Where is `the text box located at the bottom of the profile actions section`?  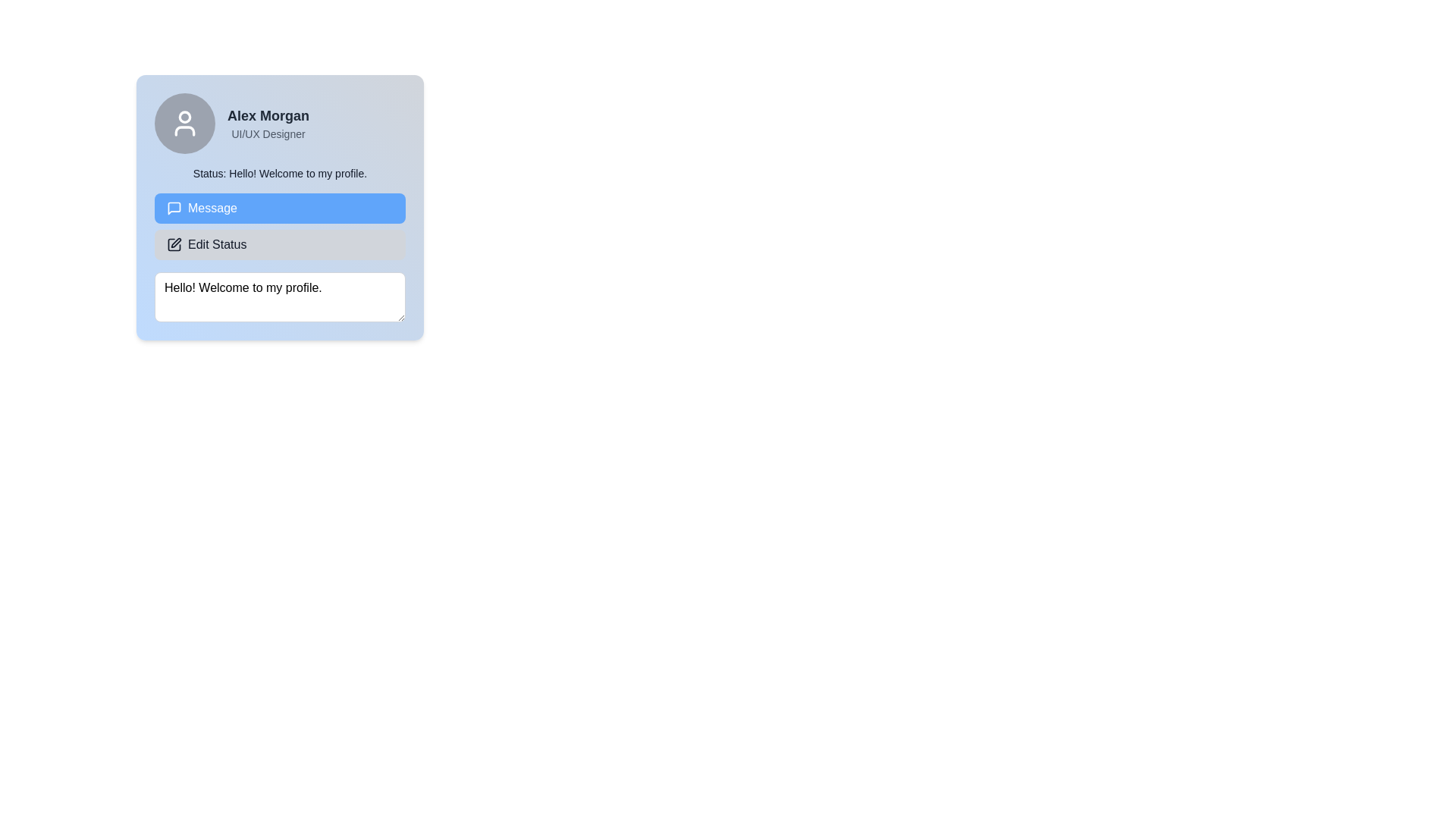 the text box located at the bottom of the profile actions section is located at coordinates (280, 297).